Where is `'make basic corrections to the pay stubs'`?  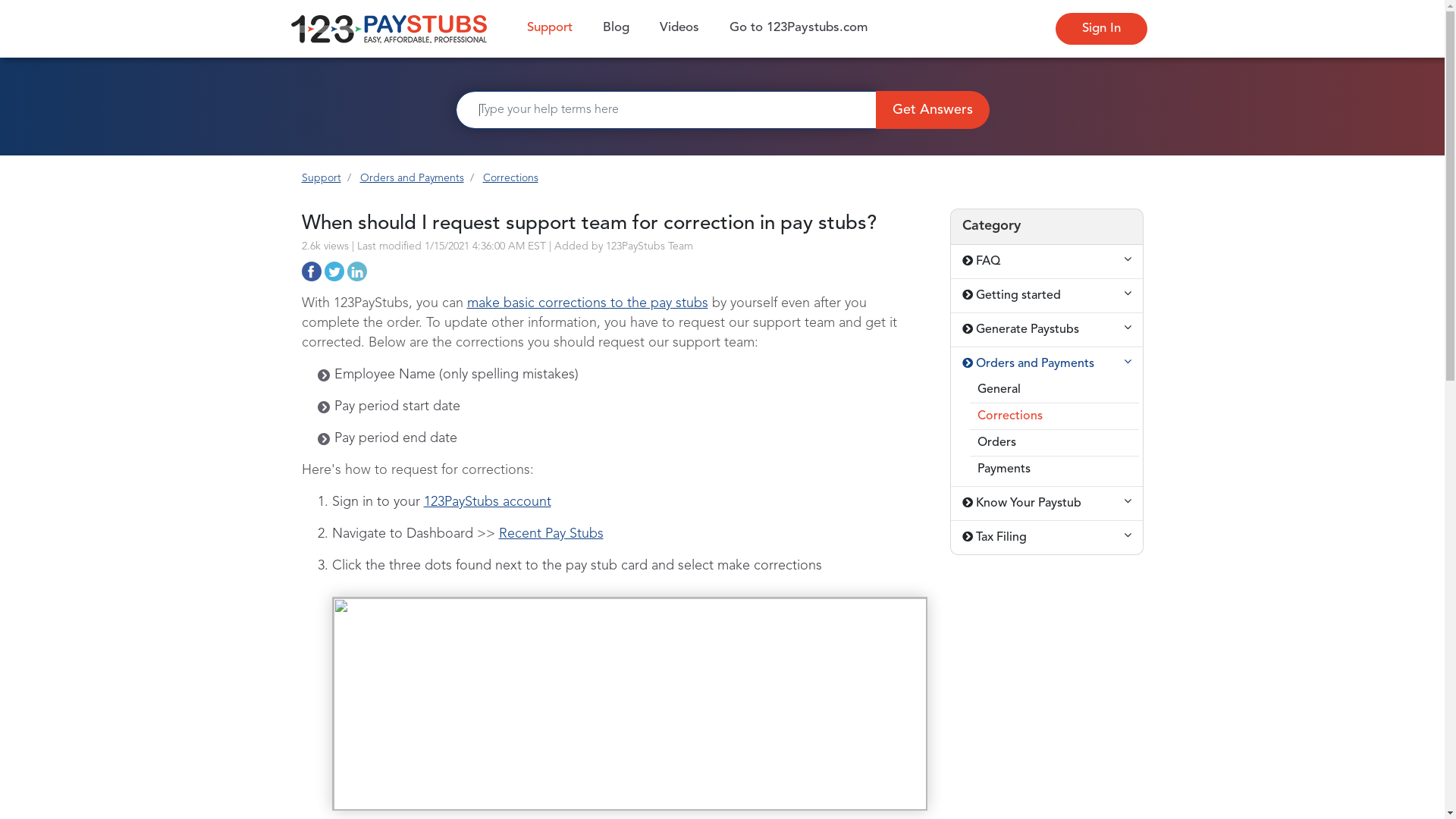 'make basic corrections to the pay stubs' is located at coordinates (586, 303).